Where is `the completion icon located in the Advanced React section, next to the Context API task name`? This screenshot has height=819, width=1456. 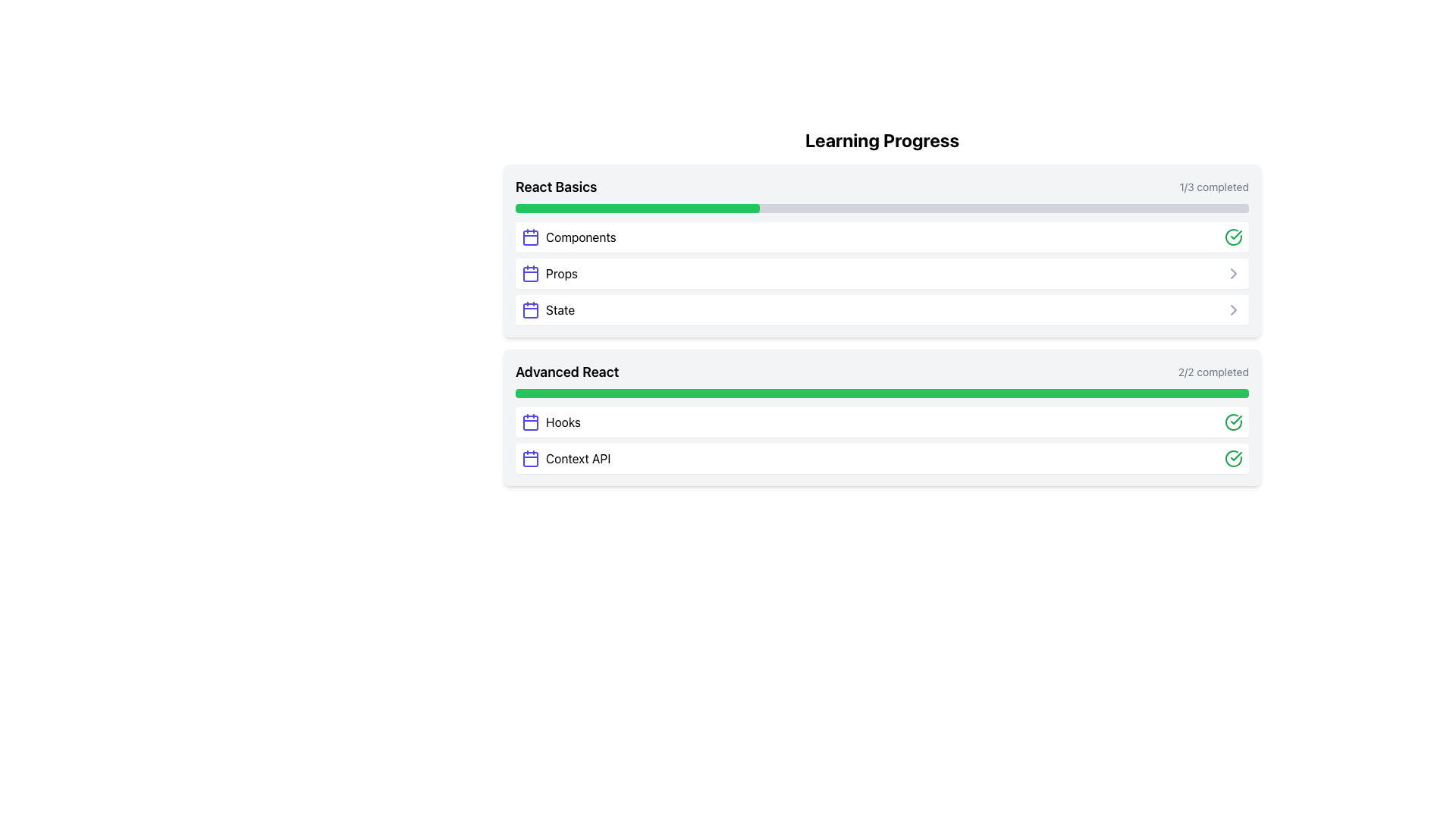 the completion icon located in the Advanced React section, next to the Context API task name is located at coordinates (1236, 420).